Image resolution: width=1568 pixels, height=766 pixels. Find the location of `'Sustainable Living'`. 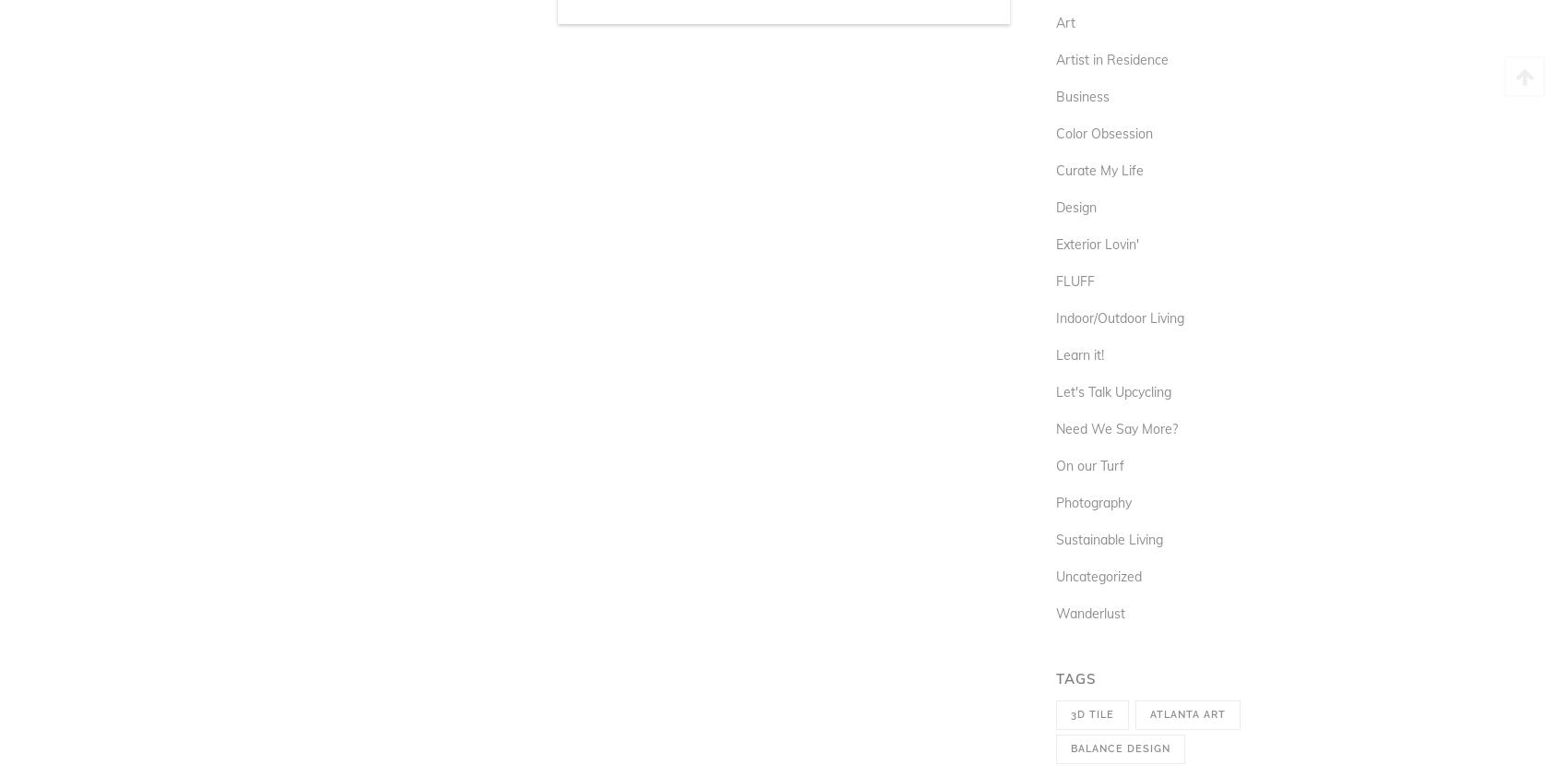

'Sustainable Living' is located at coordinates (1108, 539).